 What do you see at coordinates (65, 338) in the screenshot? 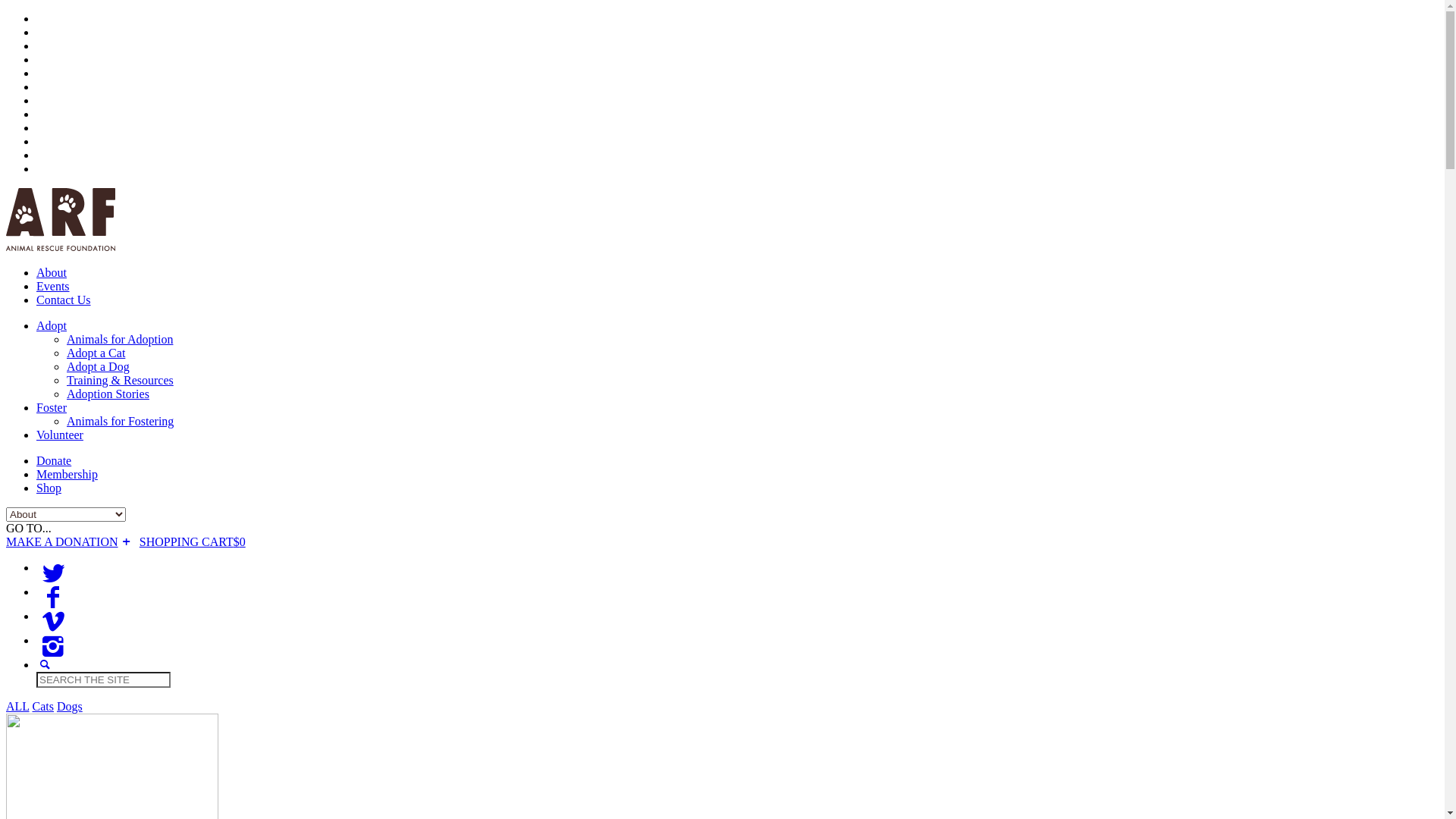
I see `'Animals for Adoption'` at bounding box center [65, 338].